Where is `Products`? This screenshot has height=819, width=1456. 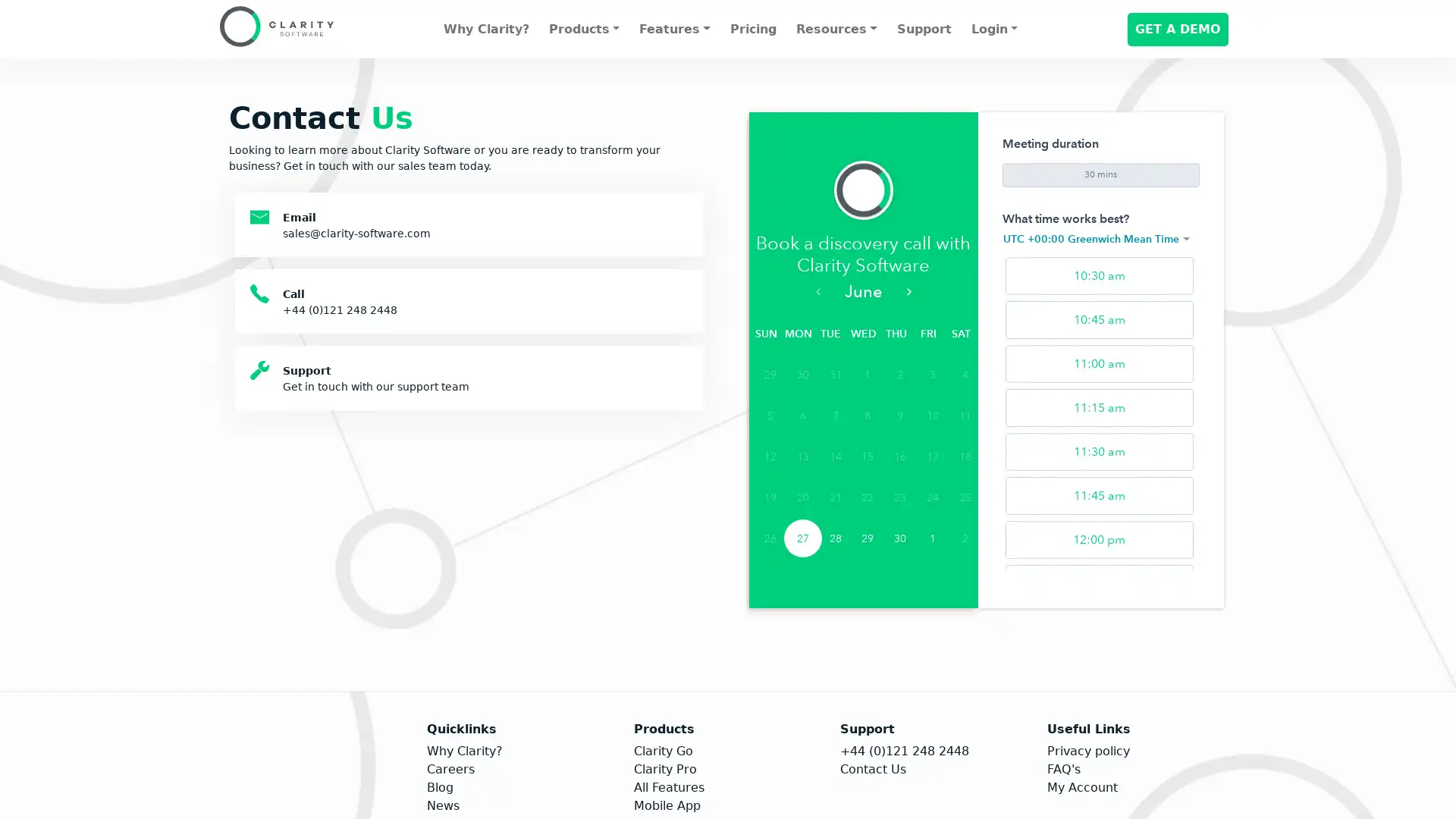 Products is located at coordinates (582, 29).